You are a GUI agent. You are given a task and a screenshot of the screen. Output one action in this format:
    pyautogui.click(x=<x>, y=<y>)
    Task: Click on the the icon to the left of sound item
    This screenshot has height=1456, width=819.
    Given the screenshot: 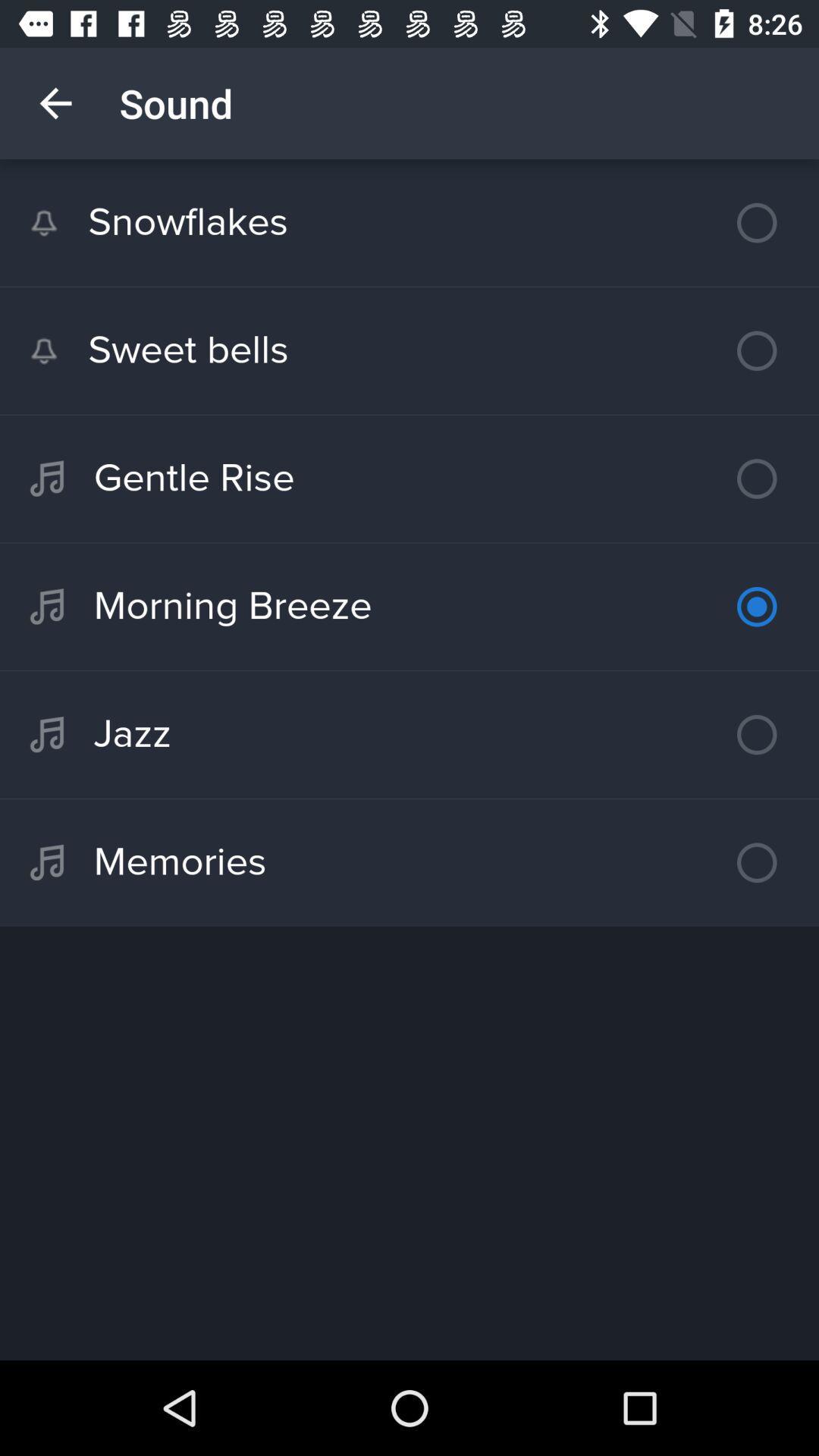 What is the action you would take?
    pyautogui.click(x=55, y=102)
    